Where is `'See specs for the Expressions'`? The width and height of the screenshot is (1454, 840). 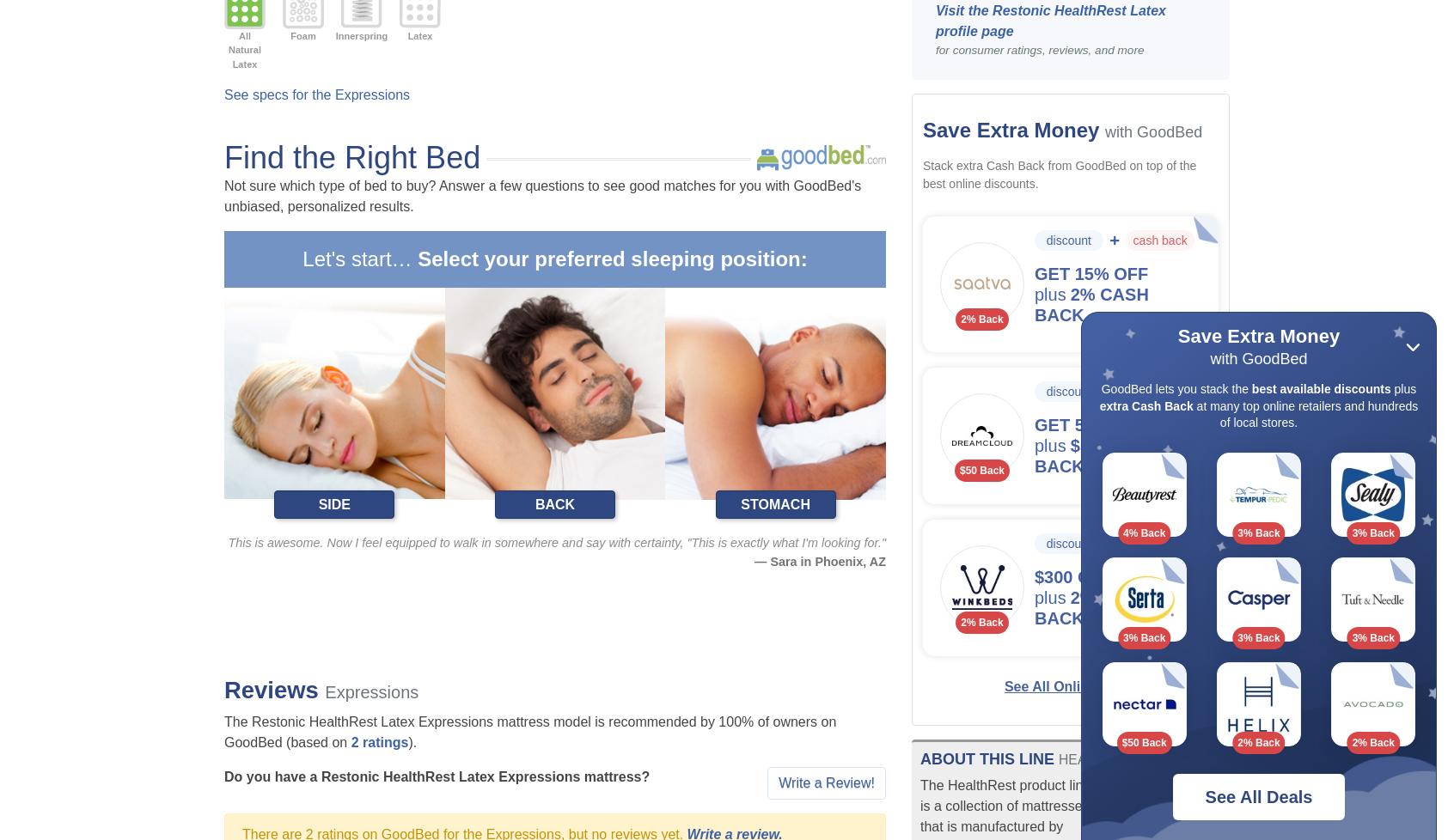 'See specs for the Expressions' is located at coordinates (317, 94).